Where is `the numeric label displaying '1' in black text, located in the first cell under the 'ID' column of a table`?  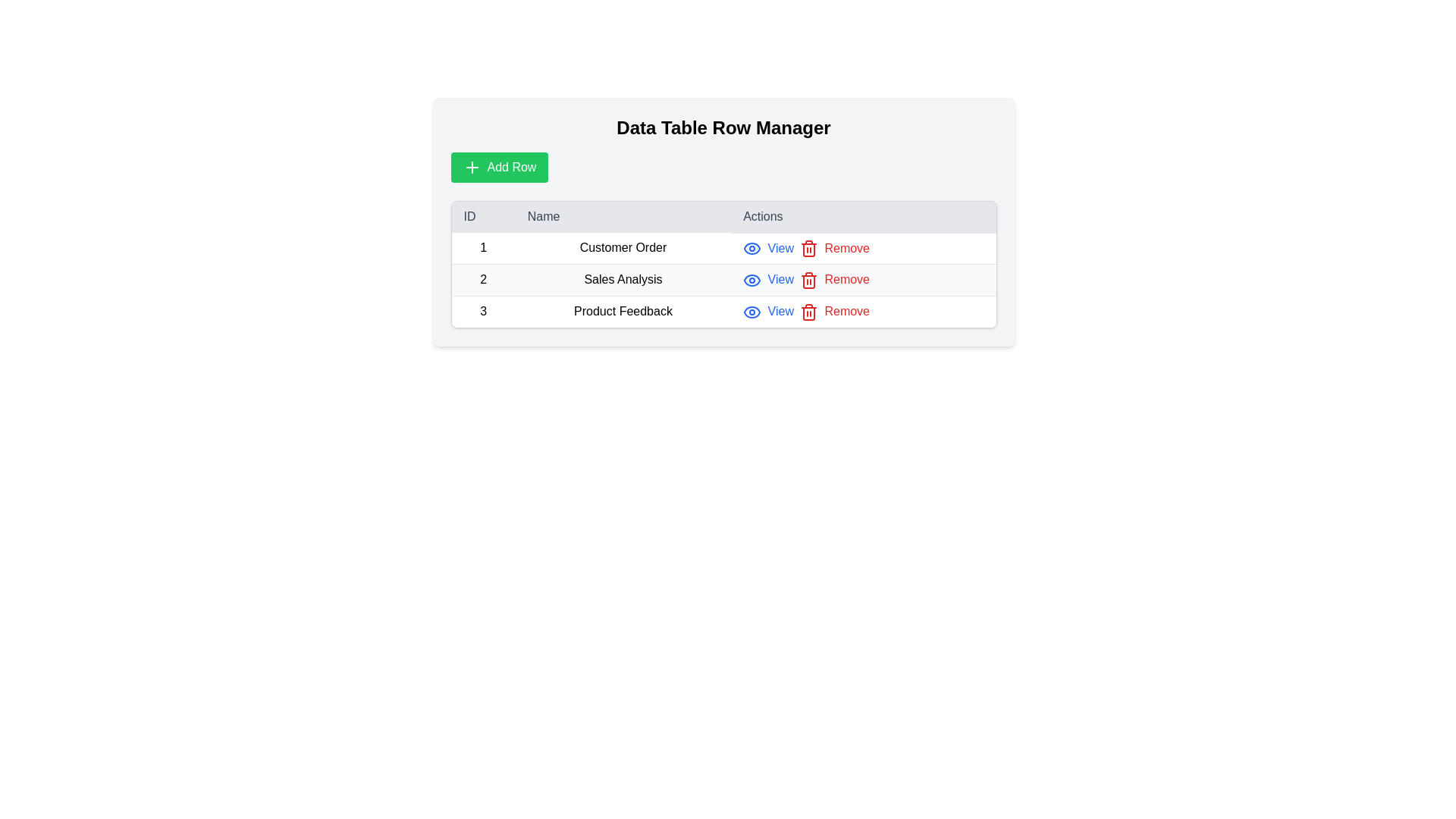 the numeric label displaying '1' in black text, located in the first cell under the 'ID' column of a table is located at coordinates (482, 247).